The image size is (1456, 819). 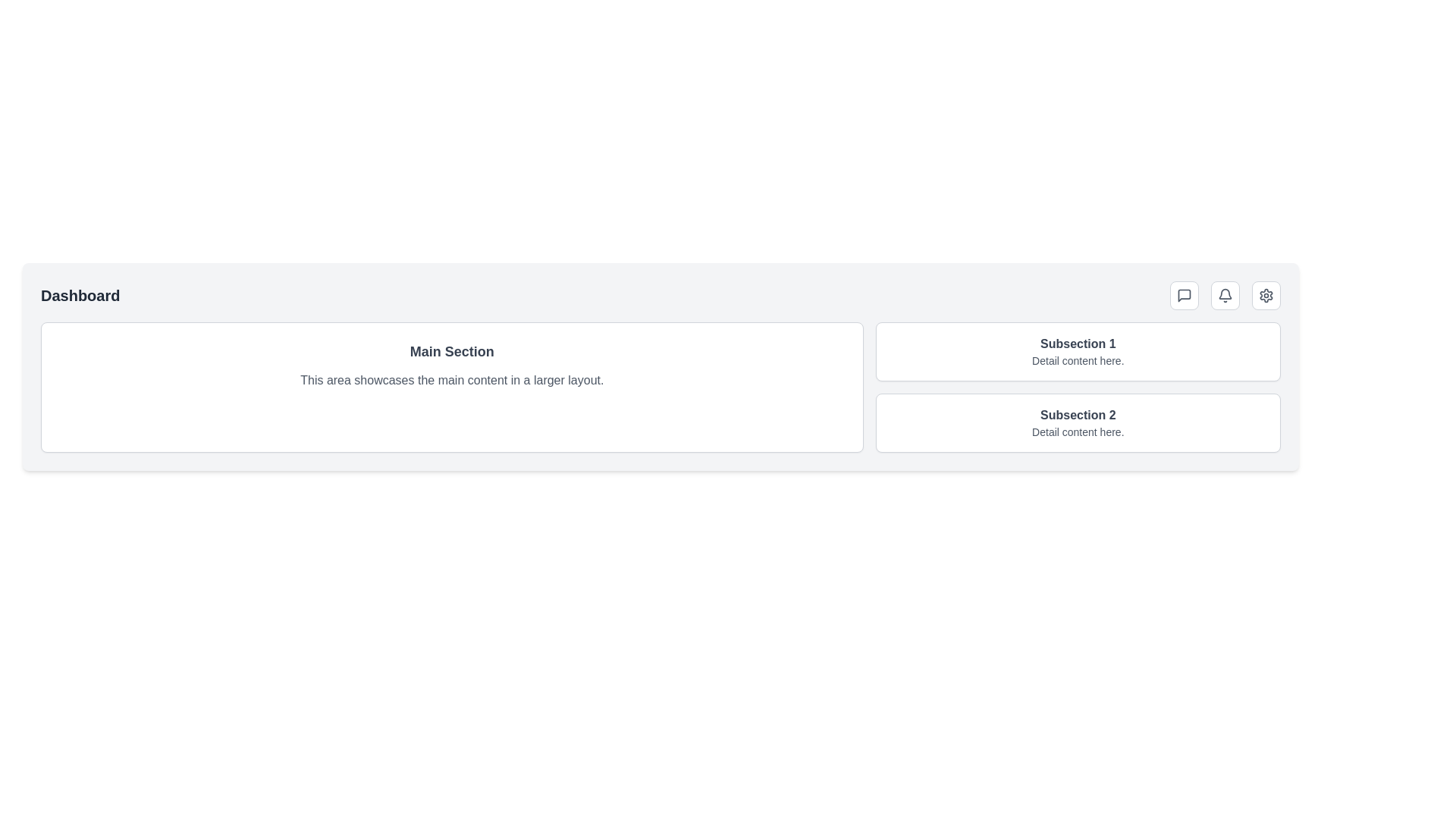 What do you see at coordinates (1077, 432) in the screenshot?
I see `text label displaying 'Detail content here.' located directly below 'Subsection 2' in the second column on the right side of the interface layout` at bounding box center [1077, 432].